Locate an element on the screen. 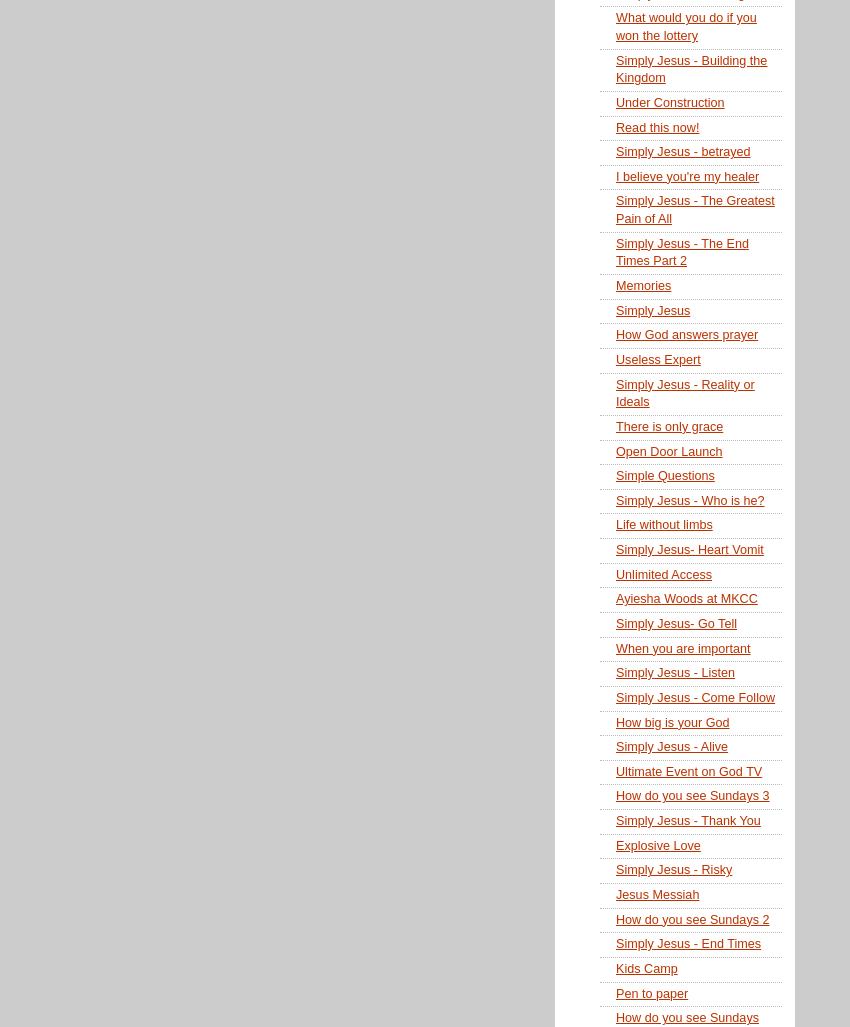  'I believe you're my healer' is located at coordinates (686, 175).